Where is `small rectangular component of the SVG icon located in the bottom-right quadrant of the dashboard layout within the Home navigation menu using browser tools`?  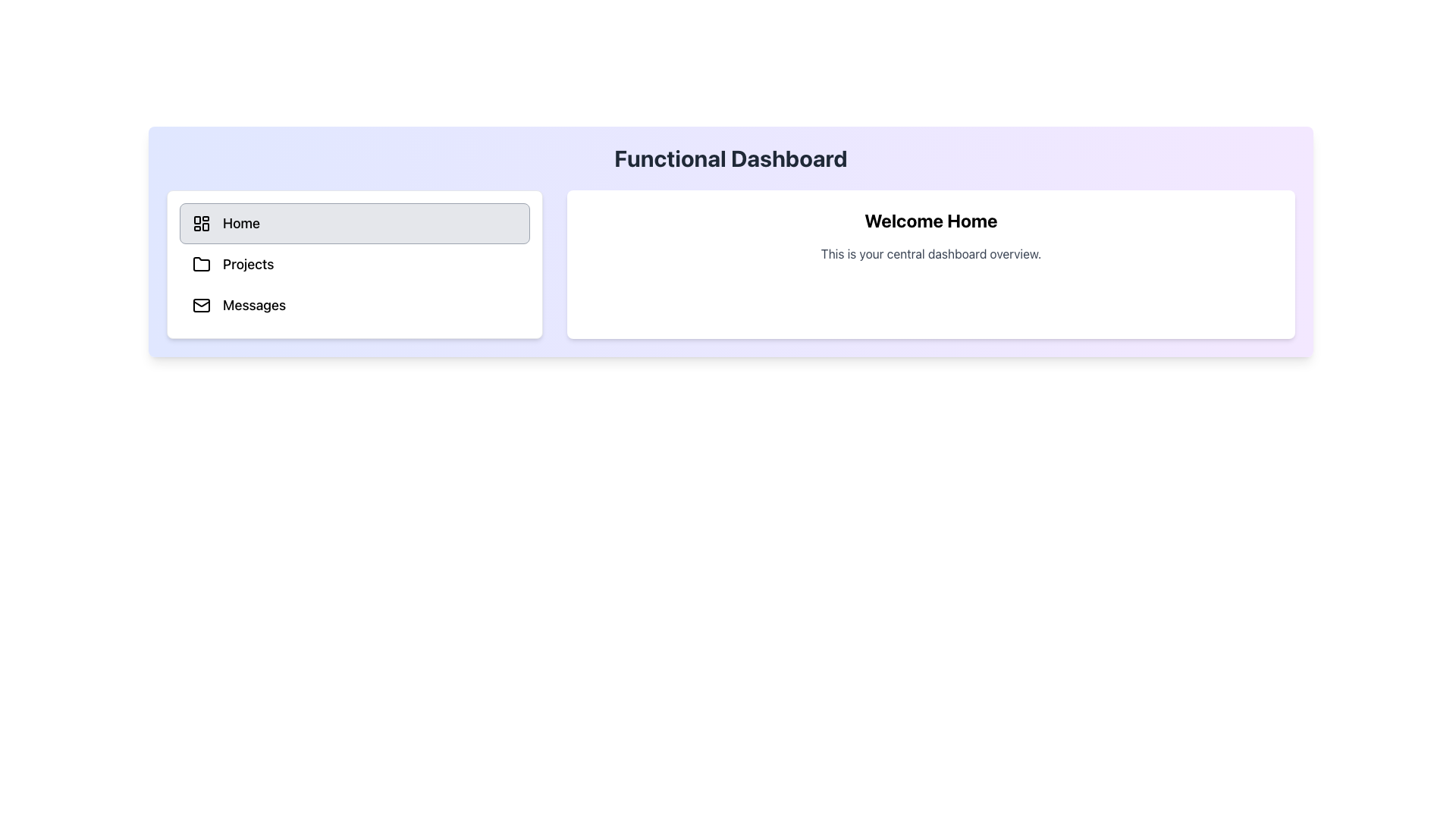
small rectangular component of the SVG icon located in the bottom-right quadrant of the dashboard layout within the Home navigation menu using browser tools is located at coordinates (205, 227).